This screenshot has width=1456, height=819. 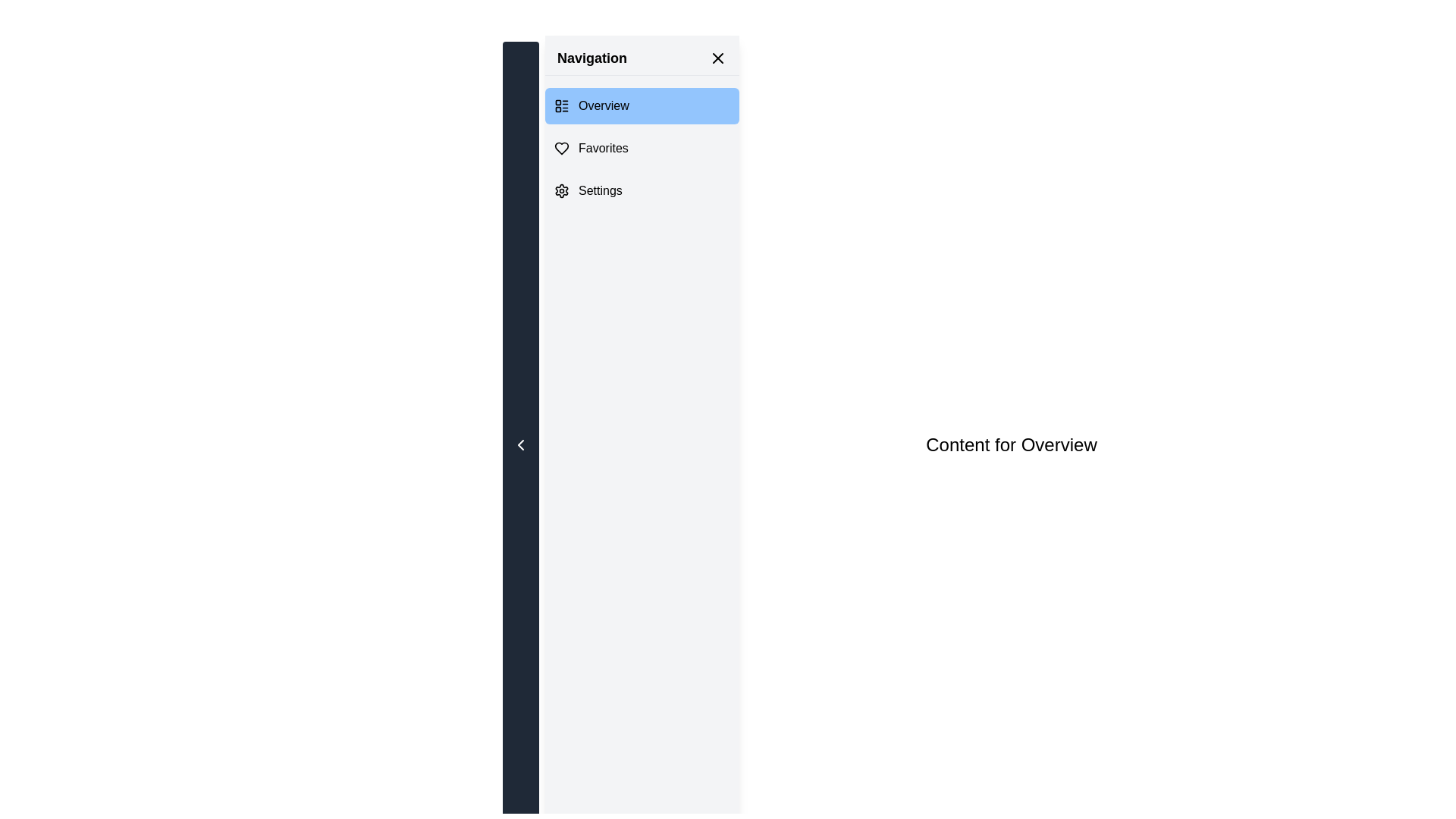 What do you see at coordinates (642, 105) in the screenshot?
I see `the 'Overview' button in the navigation sidebar` at bounding box center [642, 105].